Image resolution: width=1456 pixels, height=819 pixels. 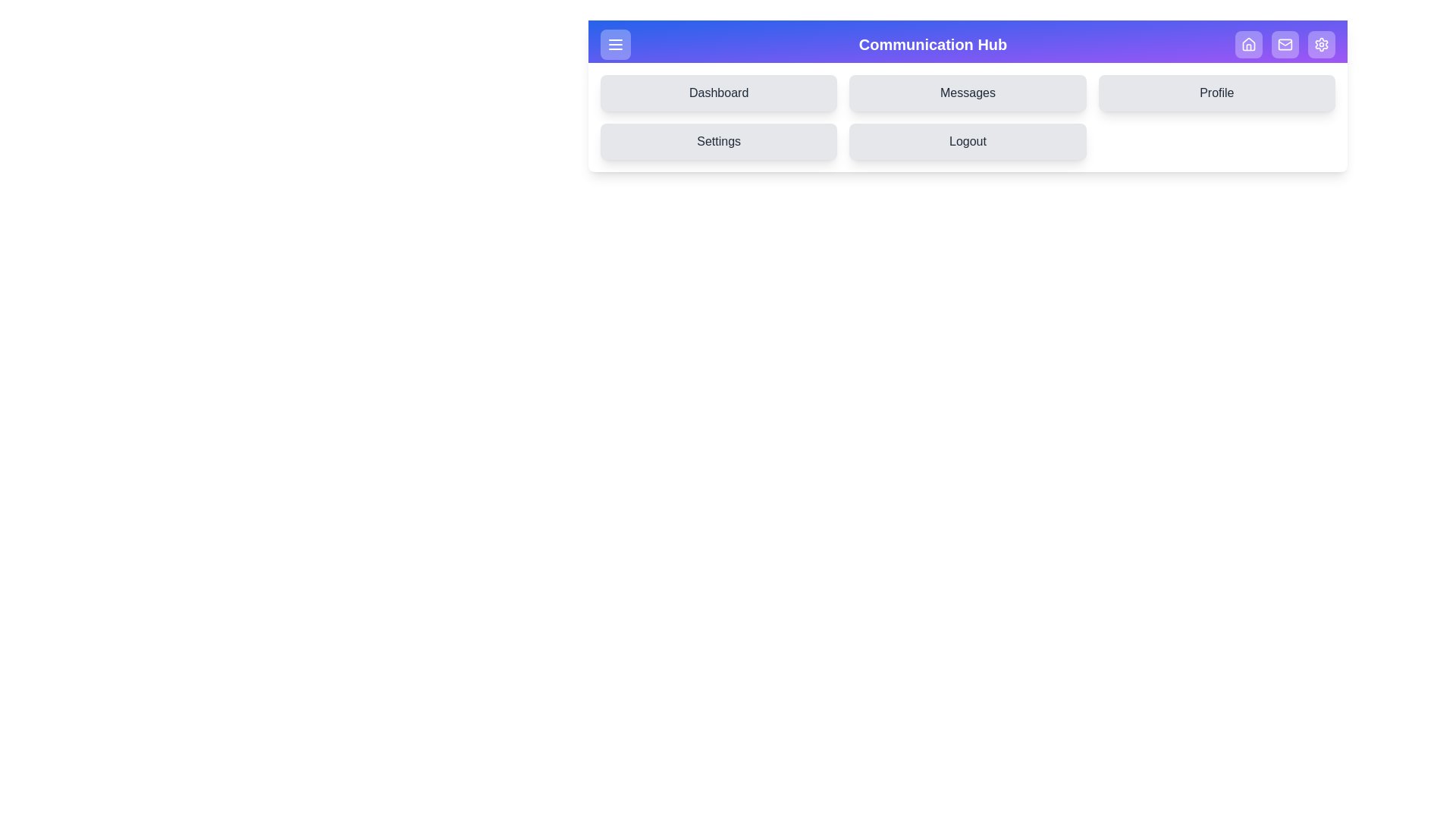 I want to click on the title 'Communication Hub' in the app bar, so click(x=931, y=43).